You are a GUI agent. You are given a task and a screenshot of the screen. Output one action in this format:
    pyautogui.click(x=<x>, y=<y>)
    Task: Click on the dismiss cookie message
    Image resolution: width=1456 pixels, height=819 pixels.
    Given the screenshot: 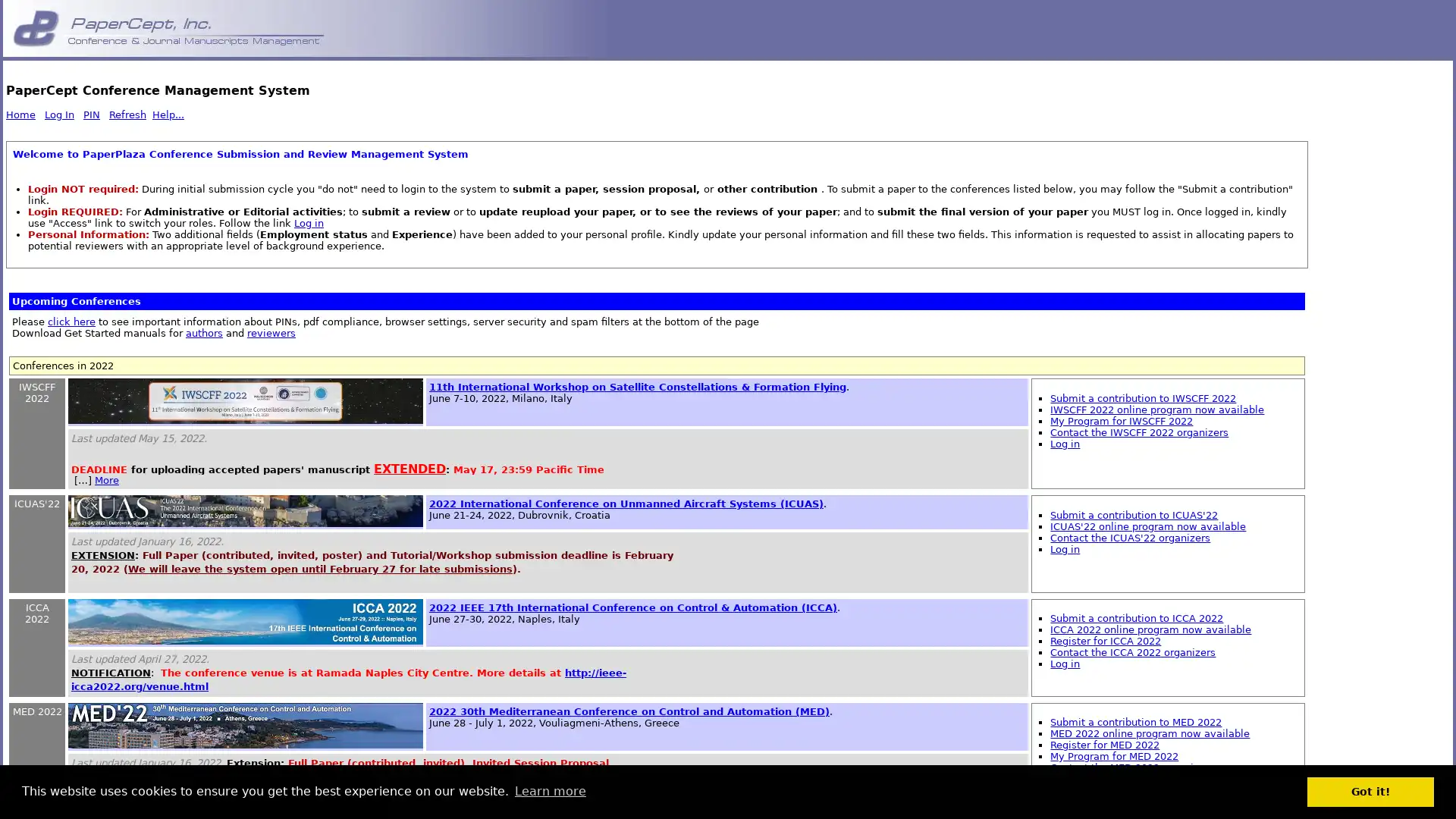 What is the action you would take?
    pyautogui.click(x=1370, y=791)
    